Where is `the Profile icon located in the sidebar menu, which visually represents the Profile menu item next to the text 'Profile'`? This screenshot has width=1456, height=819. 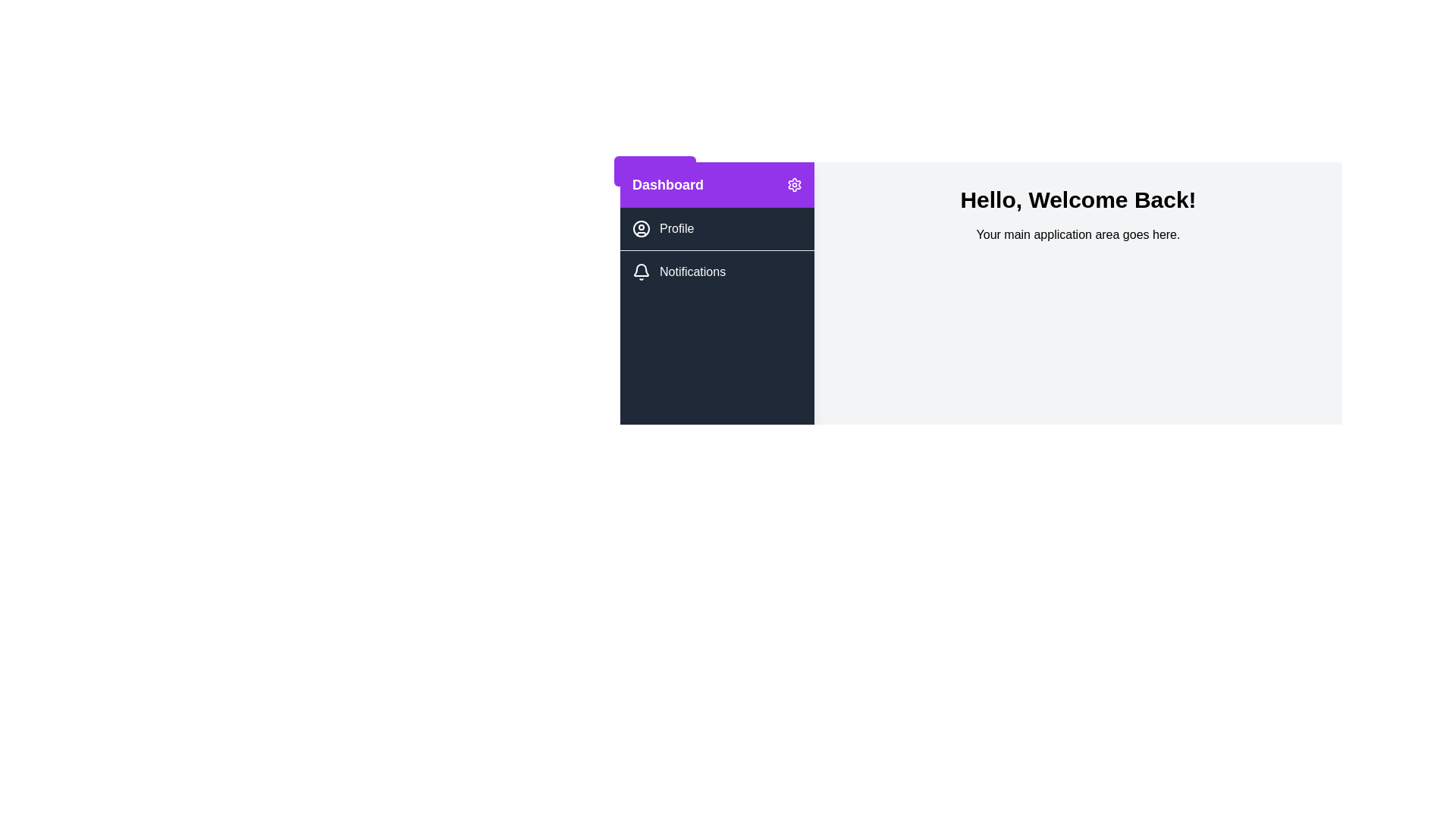
the Profile icon located in the sidebar menu, which visually represents the Profile menu item next to the text 'Profile' is located at coordinates (641, 228).